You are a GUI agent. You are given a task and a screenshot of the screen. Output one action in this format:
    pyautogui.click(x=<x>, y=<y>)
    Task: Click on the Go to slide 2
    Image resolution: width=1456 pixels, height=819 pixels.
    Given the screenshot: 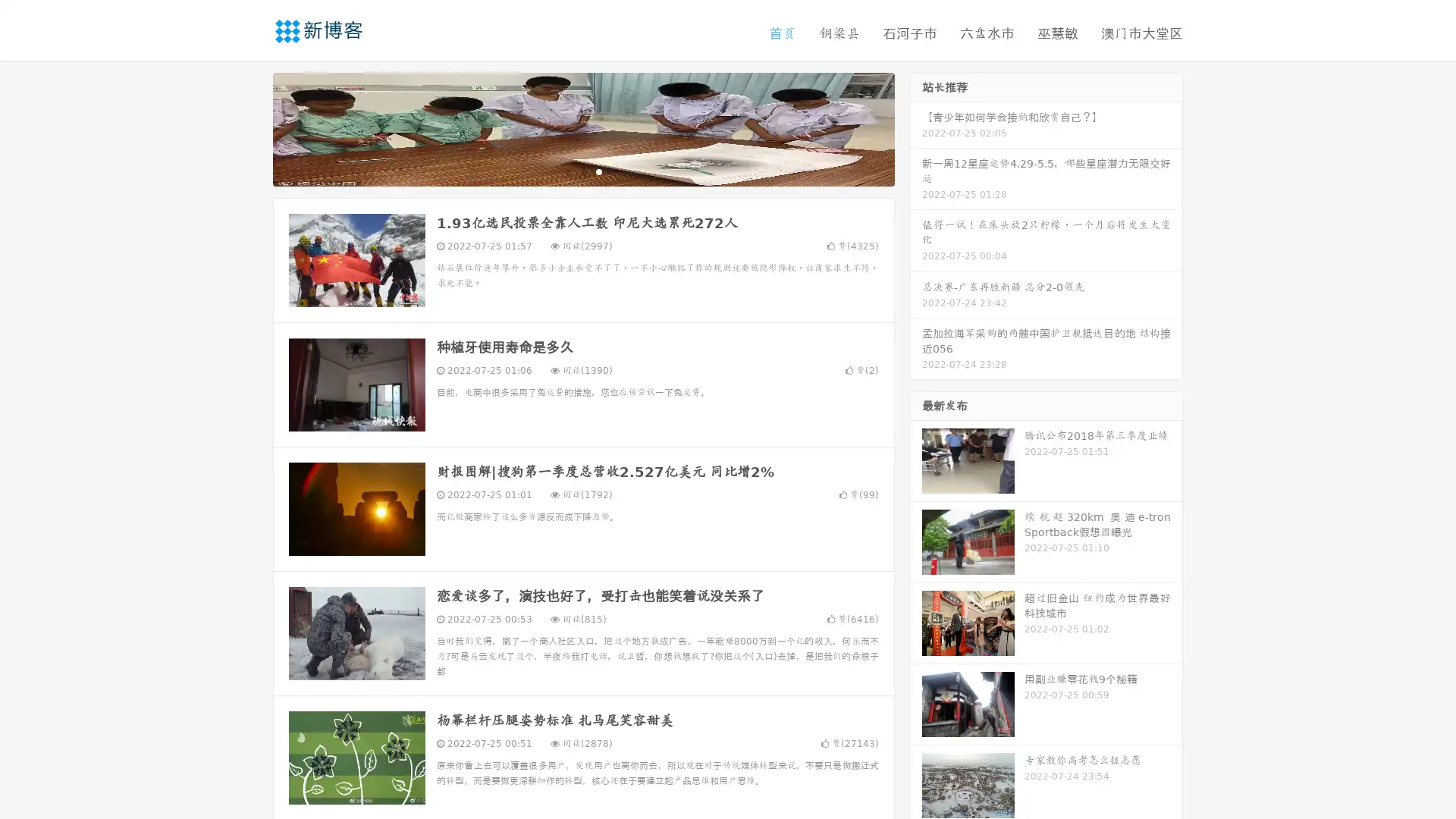 What is the action you would take?
    pyautogui.click(x=582, y=171)
    